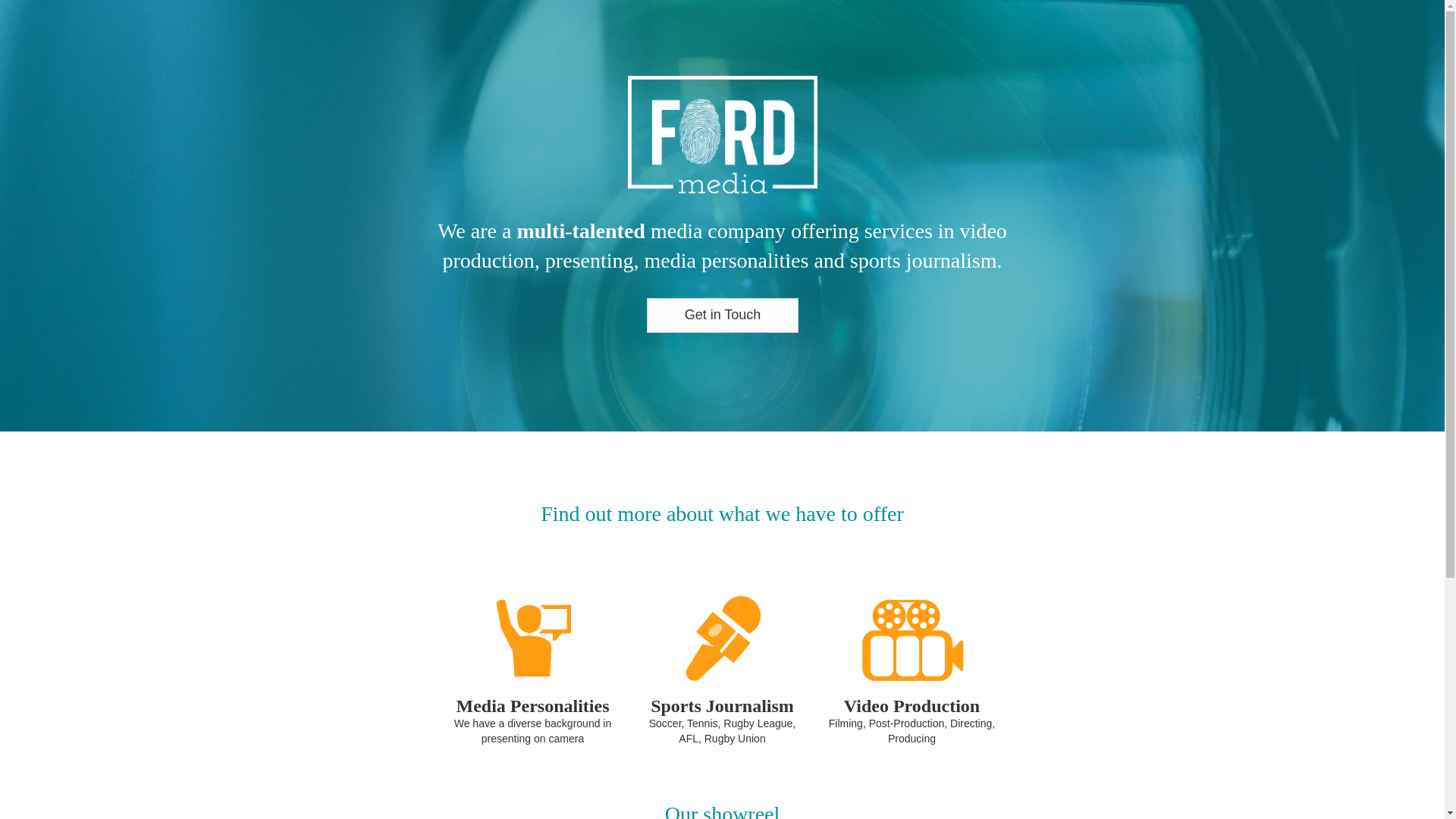 The height and width of the screenshot is (819, 1456). What do you see at coordinates (720, 315) in the screenshot?
I see `'Get in Touch'` at bounding box center [720, 315].